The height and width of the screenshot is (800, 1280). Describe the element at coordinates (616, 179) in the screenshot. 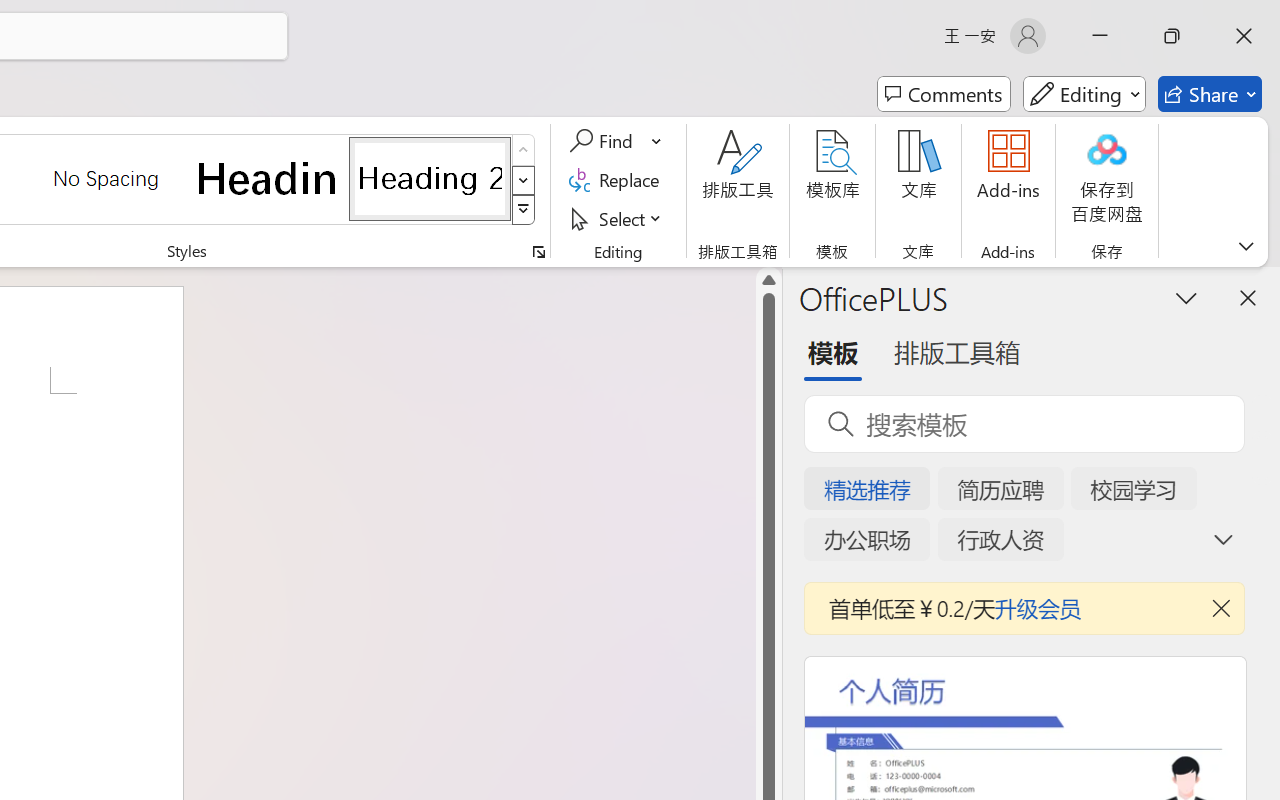

I see `'Replace...'` at that location.